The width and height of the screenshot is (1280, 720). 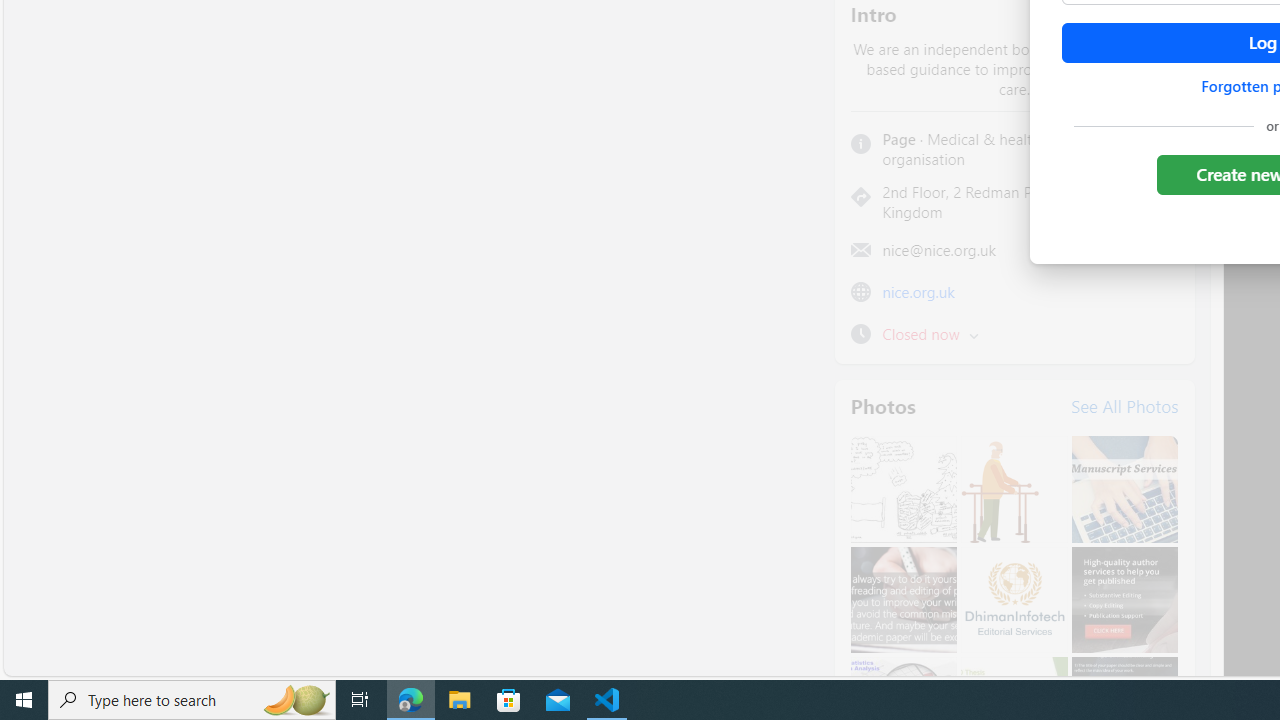 What do you see at coordinates (606, 698) in the screenshot?
I see `'Visual Studio Code - 1 running window'` at bounding box center [606, 698].